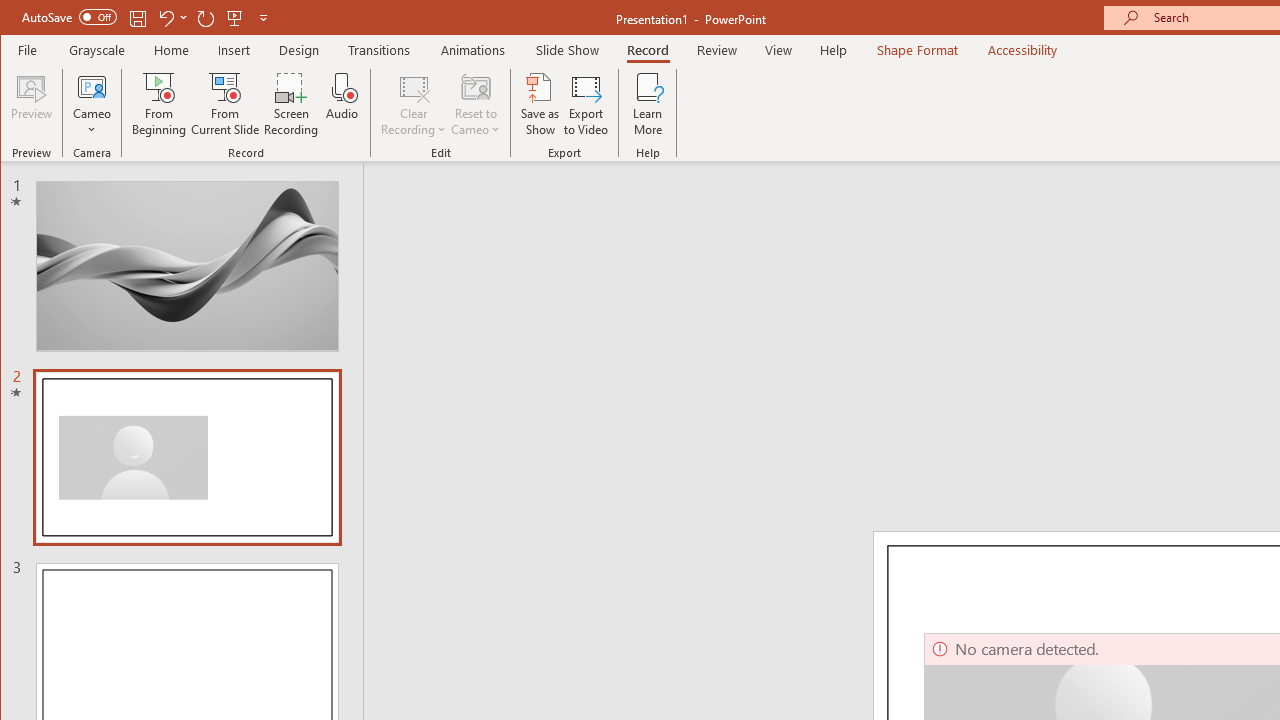 The height and width of the screenshot is (720, 1280). What do you see at coordinates (290, 104) in the screenshot?
I see `'Screen Recording'` at bounding box center [290, 104].